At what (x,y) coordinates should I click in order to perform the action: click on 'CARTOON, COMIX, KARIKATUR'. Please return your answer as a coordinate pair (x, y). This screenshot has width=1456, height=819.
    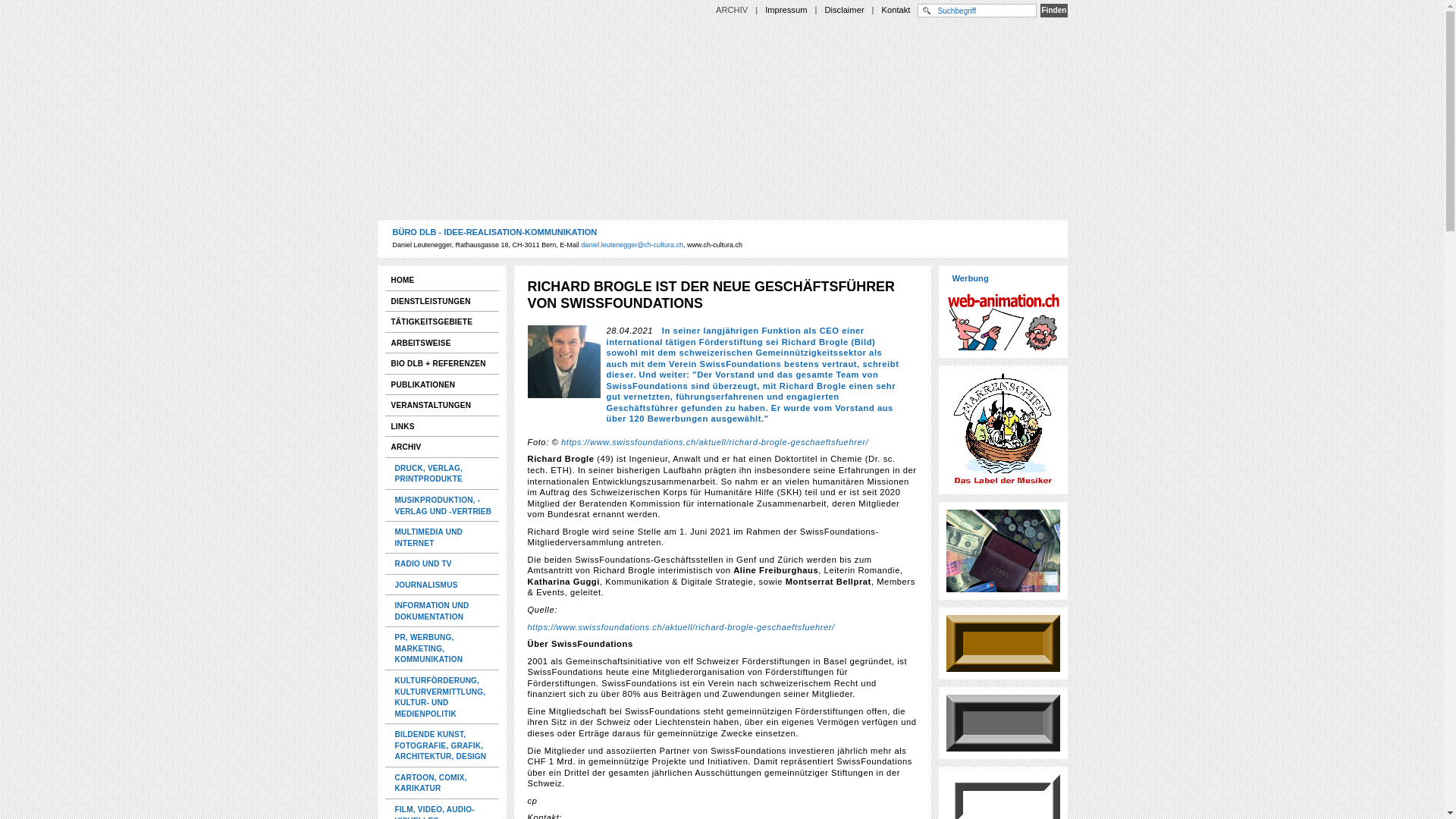
    Looking at the image, I should click on (442, 783).